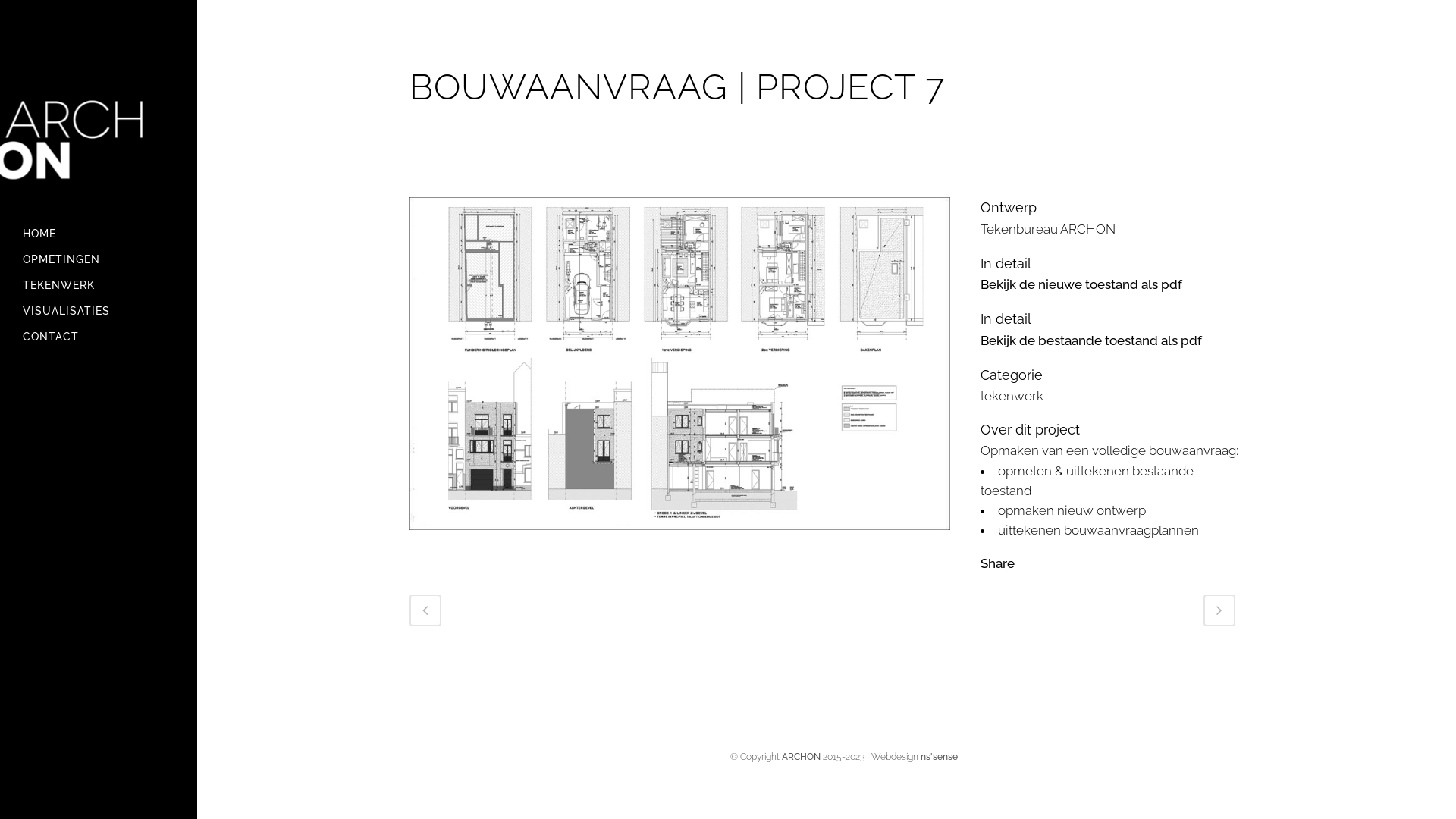  What do you see at coordinates (1090, 339) in the screenshot?
I see `'Bekijk de bestaande toestand als pdf'` at bounding box center [1090, 339].